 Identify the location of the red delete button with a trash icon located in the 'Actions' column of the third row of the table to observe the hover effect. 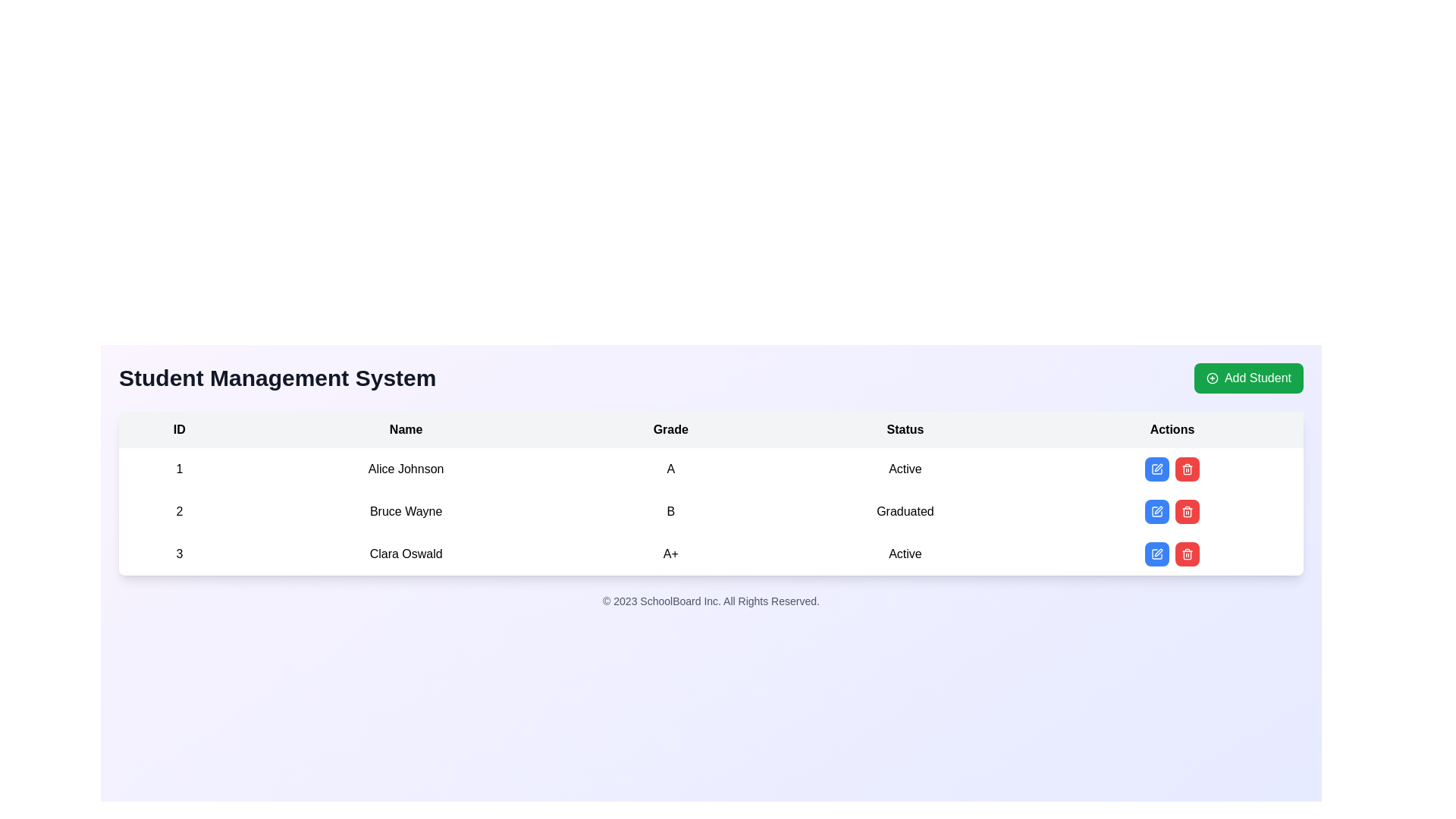
(1186, 554).